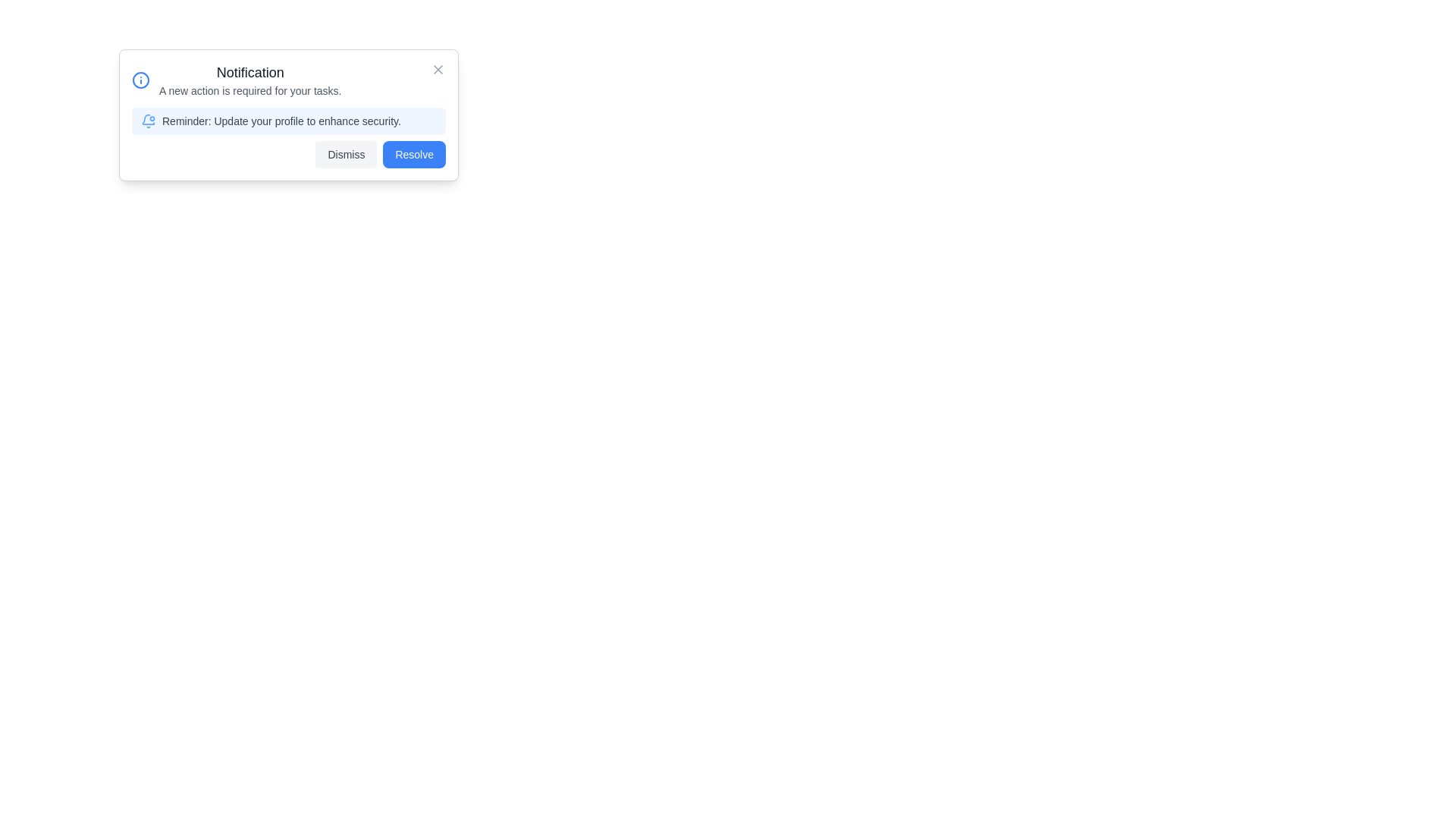 Image resolution: width=1456 pixels, height=819 pixels. I want to click on the 'Resolve' button, which is a blue button with white text, located at the bottom-right of the notification popup, to resolve the notification, so click(414, 155).